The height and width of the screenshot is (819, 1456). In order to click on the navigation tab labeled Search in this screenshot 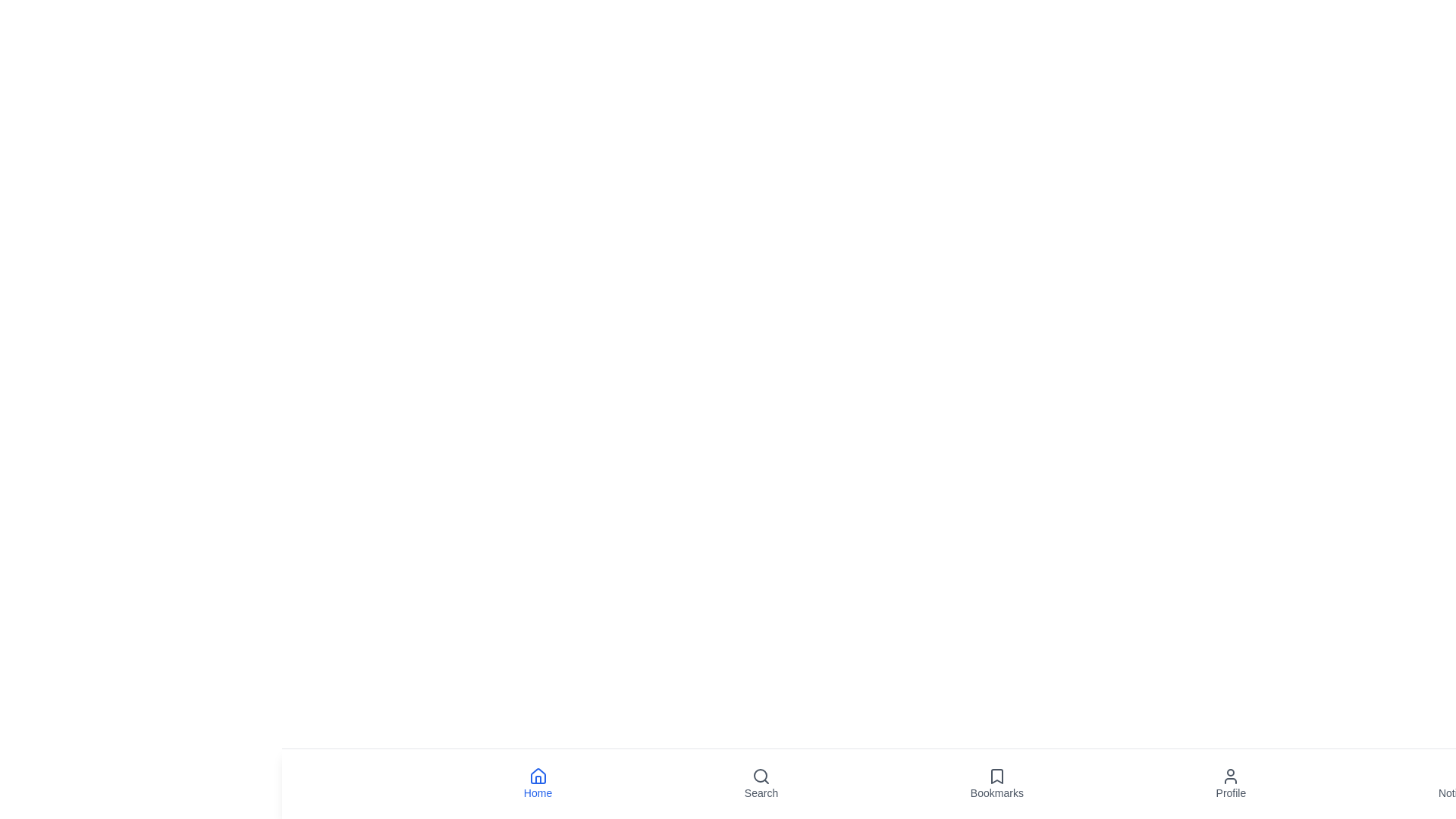, I will do `click(761, 783)`.